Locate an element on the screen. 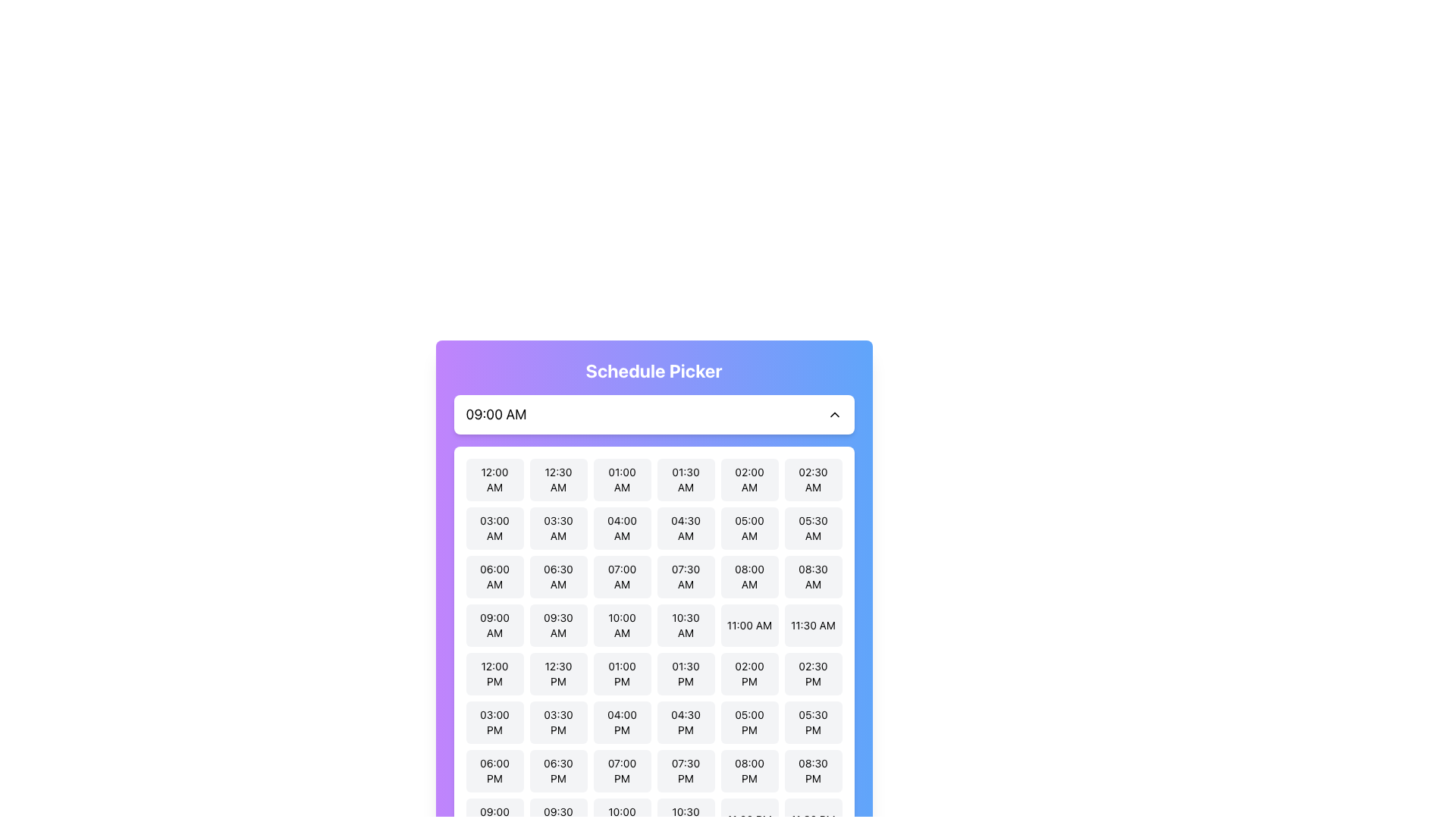  the button in the time picker interface is located at coordinates (622, 576).